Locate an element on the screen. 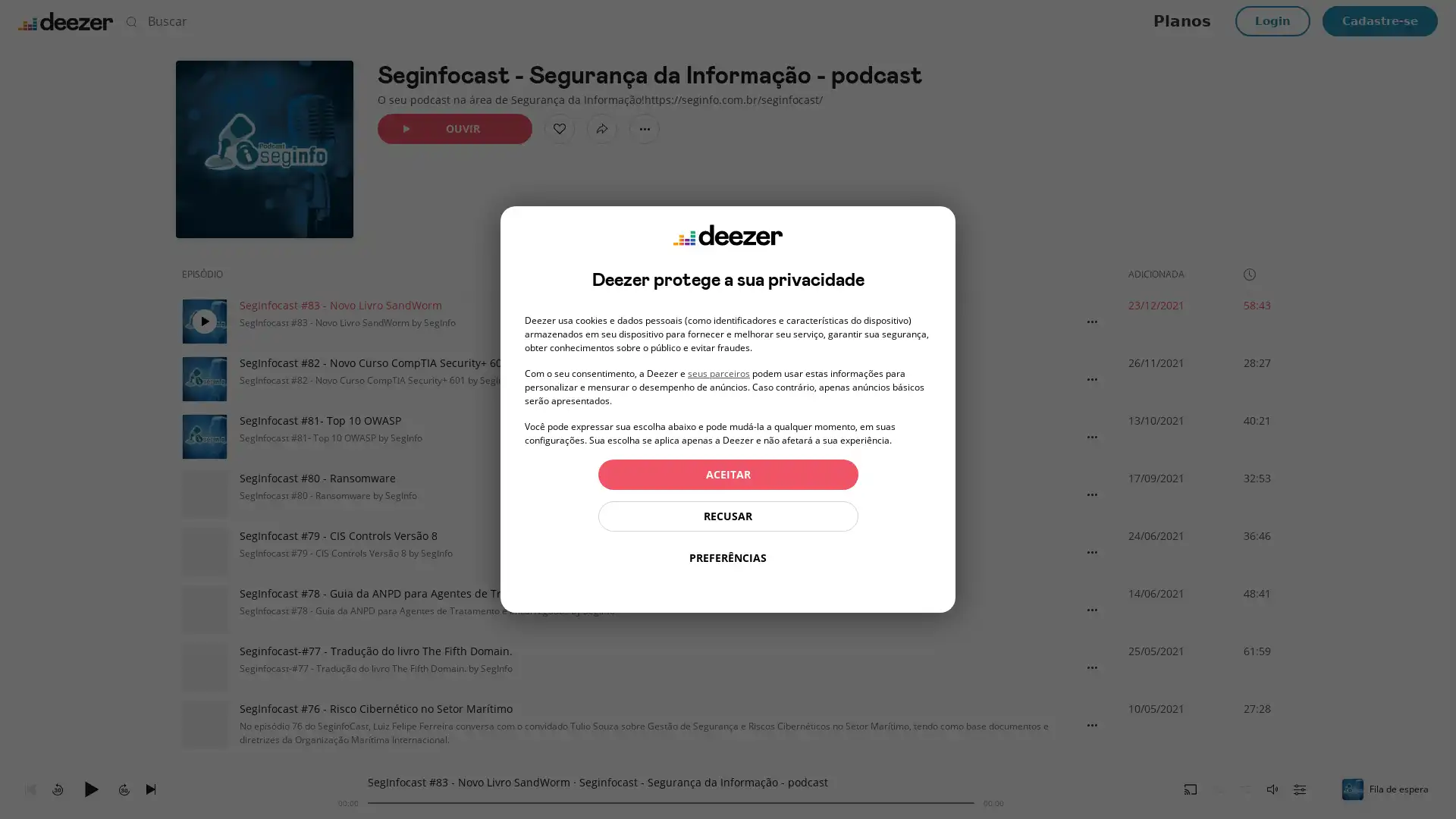  Anterior is located at coordinates (30, 788).